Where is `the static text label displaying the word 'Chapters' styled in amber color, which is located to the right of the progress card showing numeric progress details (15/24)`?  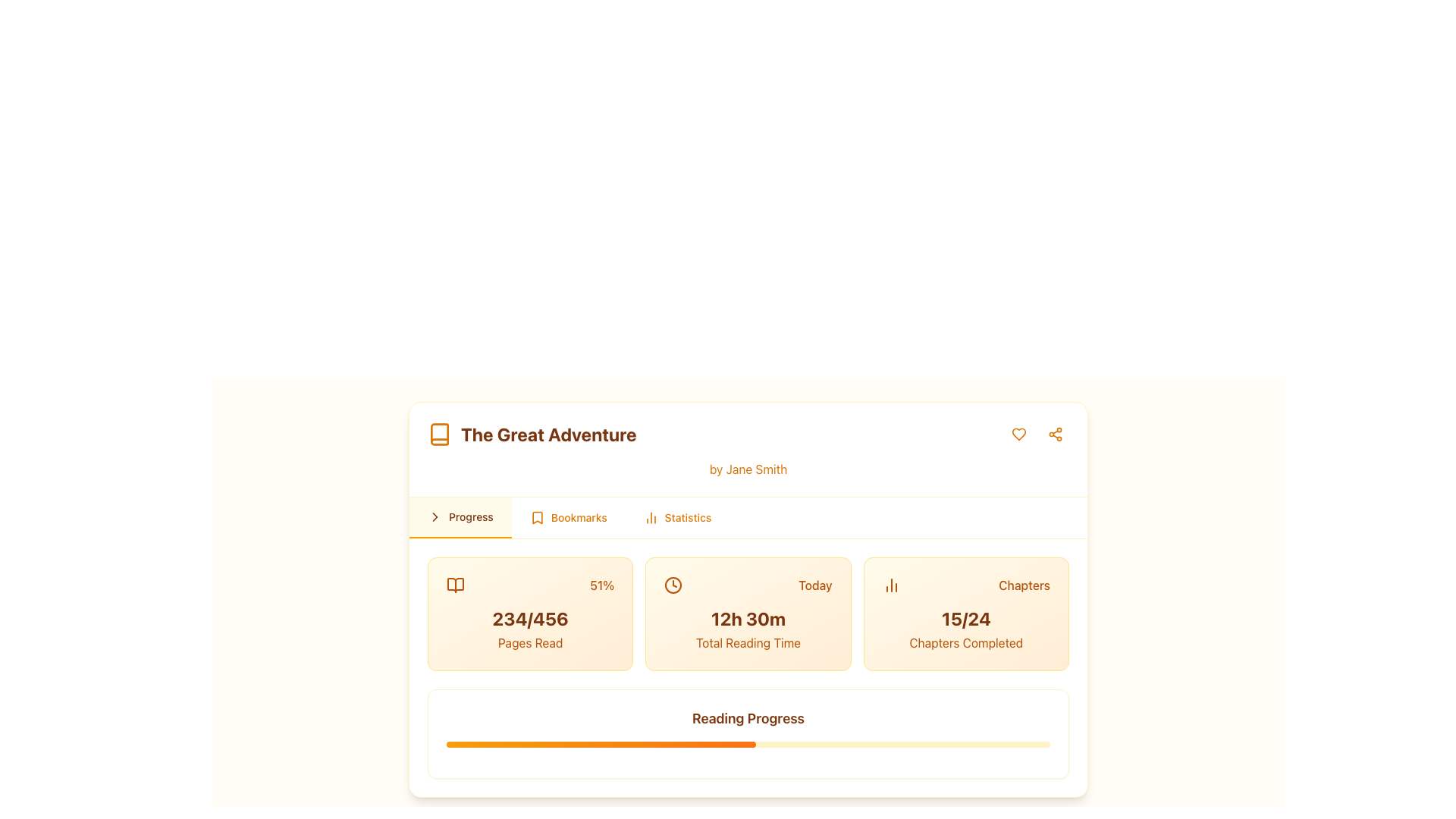 the static text label displaying the word 'Chapters' styled in amber color, which is located to the right of the progress card showing numeric progress details (15/24) is located at coordinates (1025, 584).